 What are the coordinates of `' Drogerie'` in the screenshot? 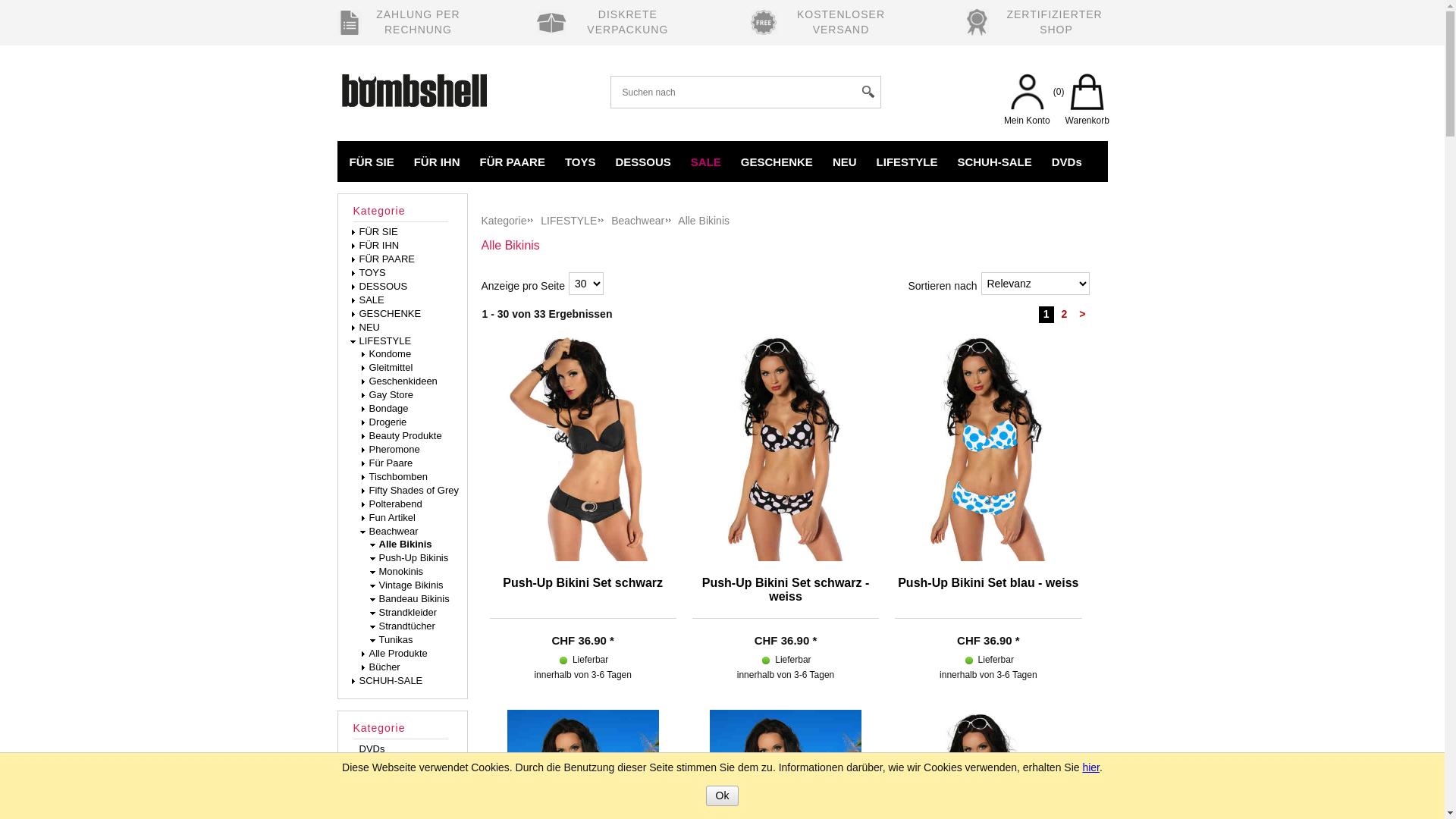 It's located at (368, 422).